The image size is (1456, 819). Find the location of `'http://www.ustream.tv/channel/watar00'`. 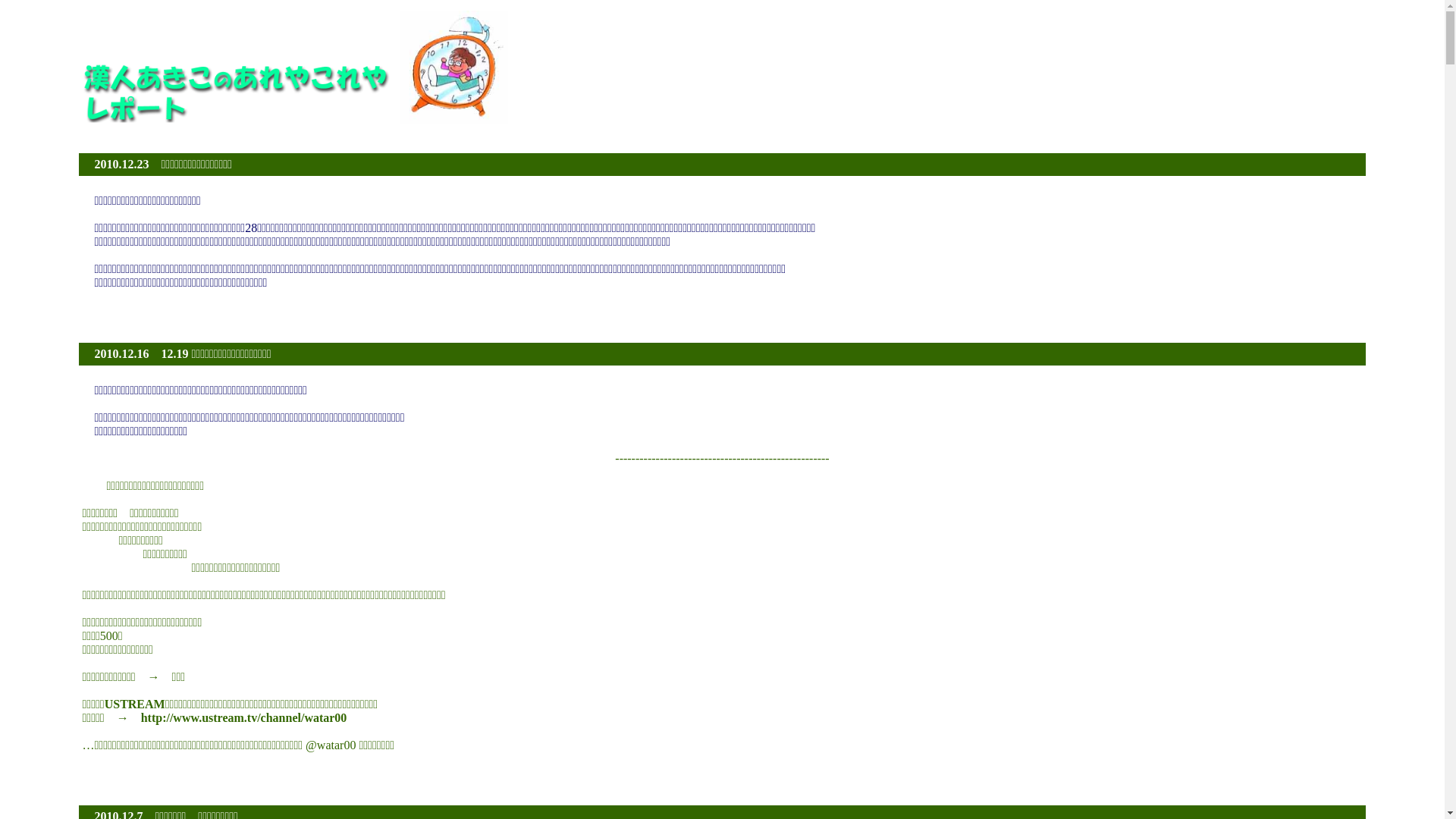

'http://www.ustream.tv/channel/watar00' is located at coordinates (243, 717).